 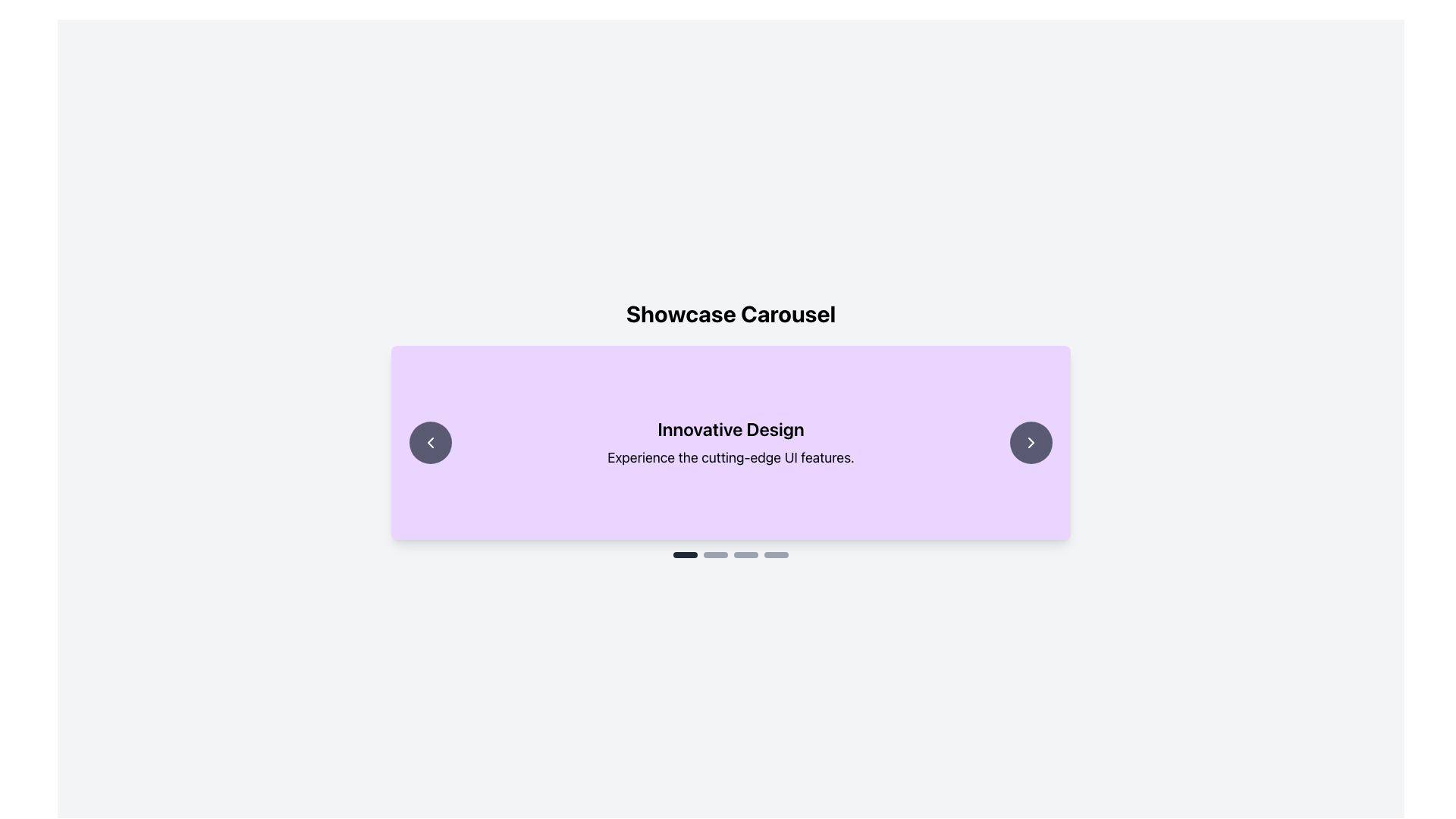 I want to click on the button located on the left side of the horizontal showcase carousel that navigates to the previous item in the showcase, so click(x=429, y=442).